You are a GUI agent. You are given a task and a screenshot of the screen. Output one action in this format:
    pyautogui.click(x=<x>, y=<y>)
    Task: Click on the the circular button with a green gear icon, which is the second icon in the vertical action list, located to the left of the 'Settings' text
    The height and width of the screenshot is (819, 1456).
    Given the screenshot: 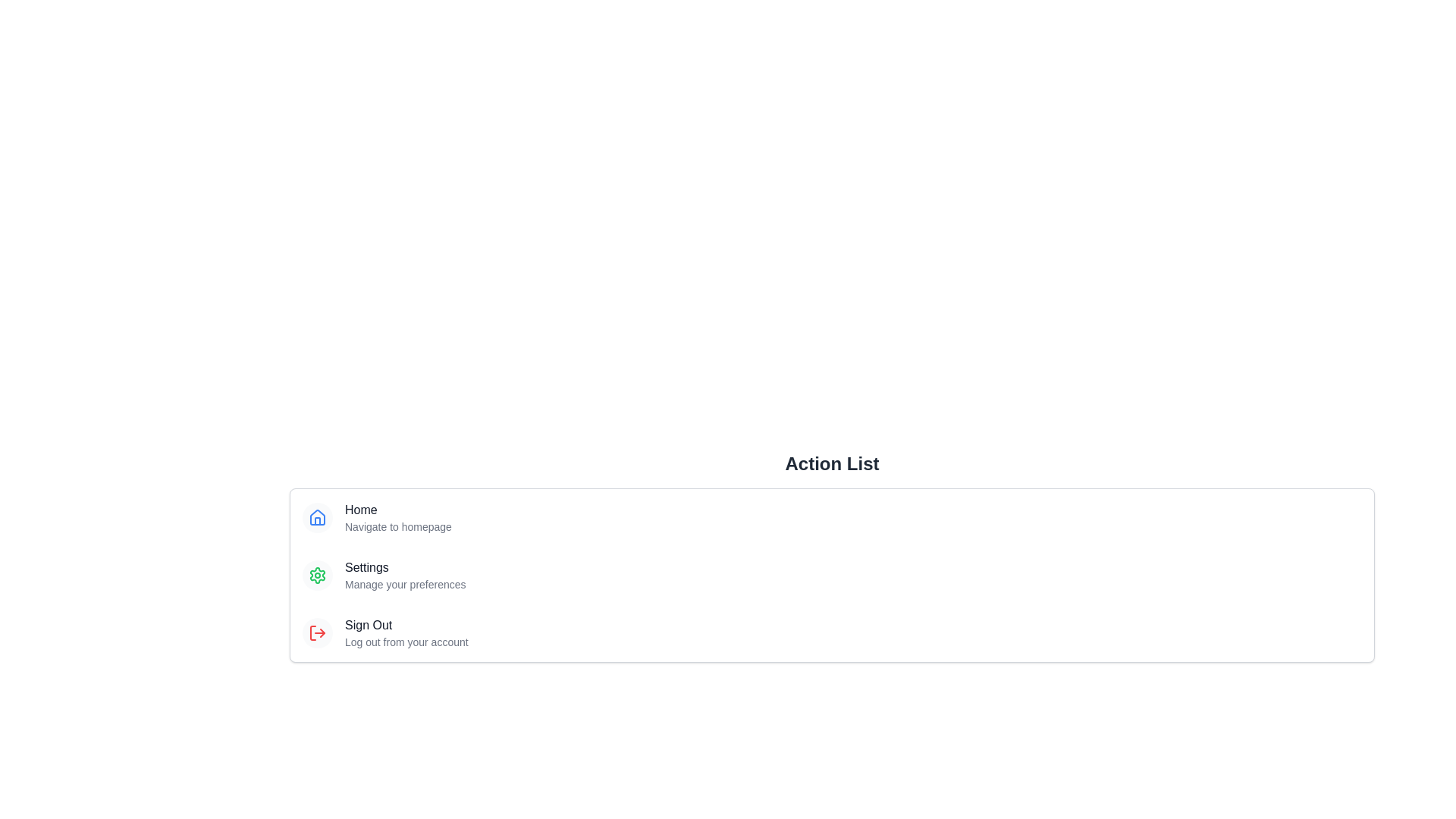 What is the action you would take?
    pyautogui.click(x=316, y=576)
    